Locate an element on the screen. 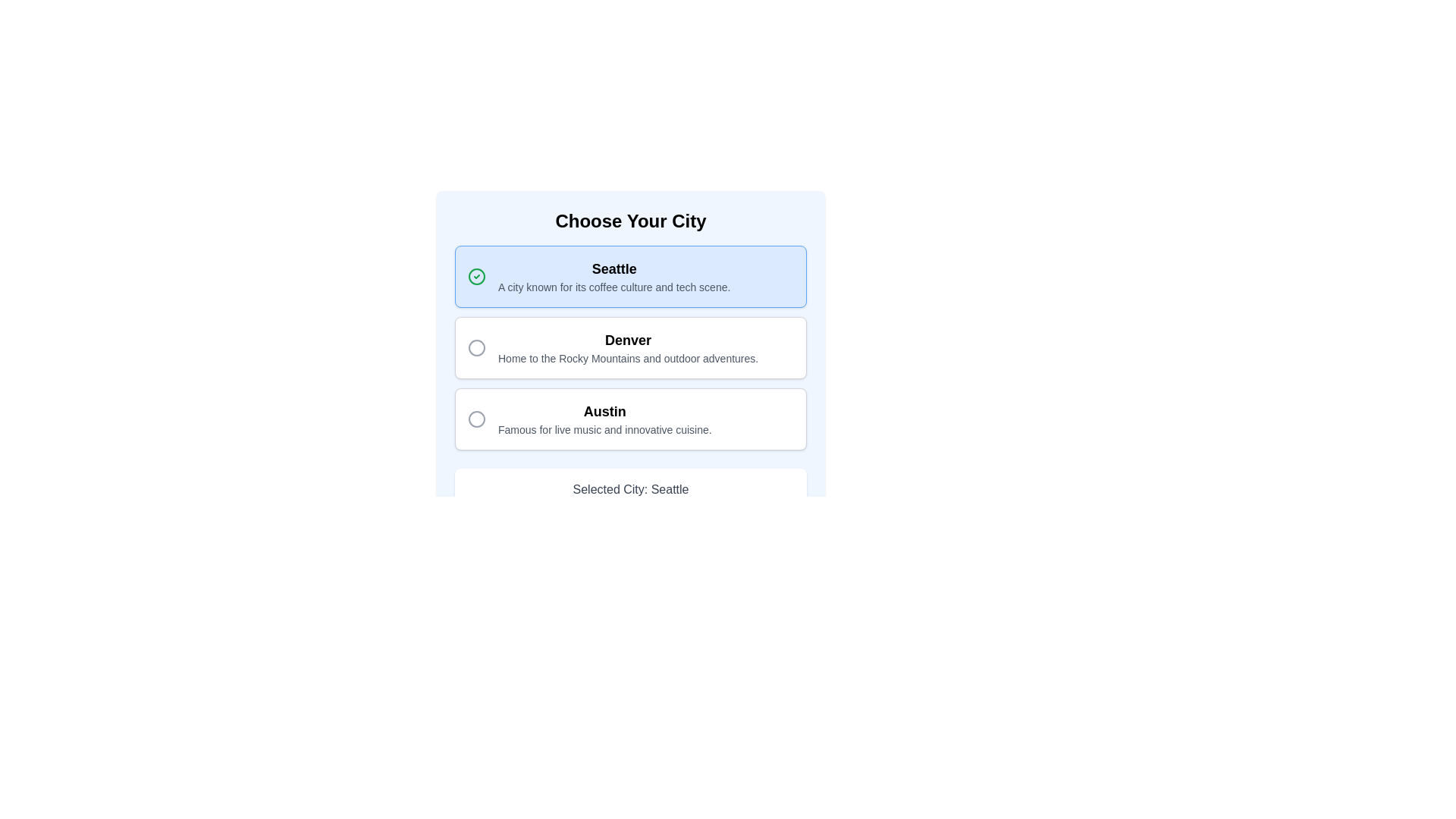 This screenshot has width=1456, height=819. the 'Denver' option card using keyboard navigation is located at coordinates (630, 348).